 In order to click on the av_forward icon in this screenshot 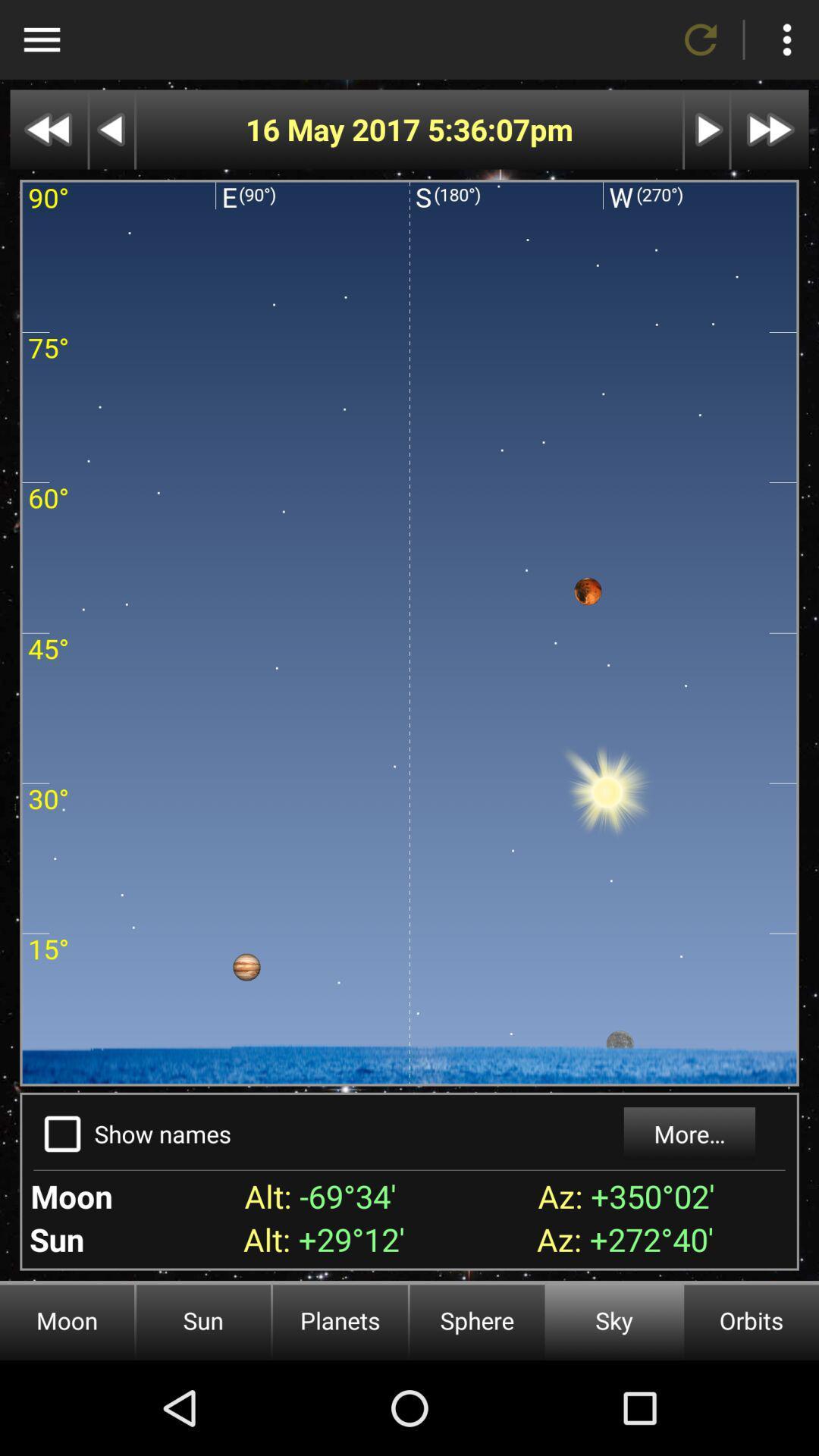, I will do `click(770, 130)`.